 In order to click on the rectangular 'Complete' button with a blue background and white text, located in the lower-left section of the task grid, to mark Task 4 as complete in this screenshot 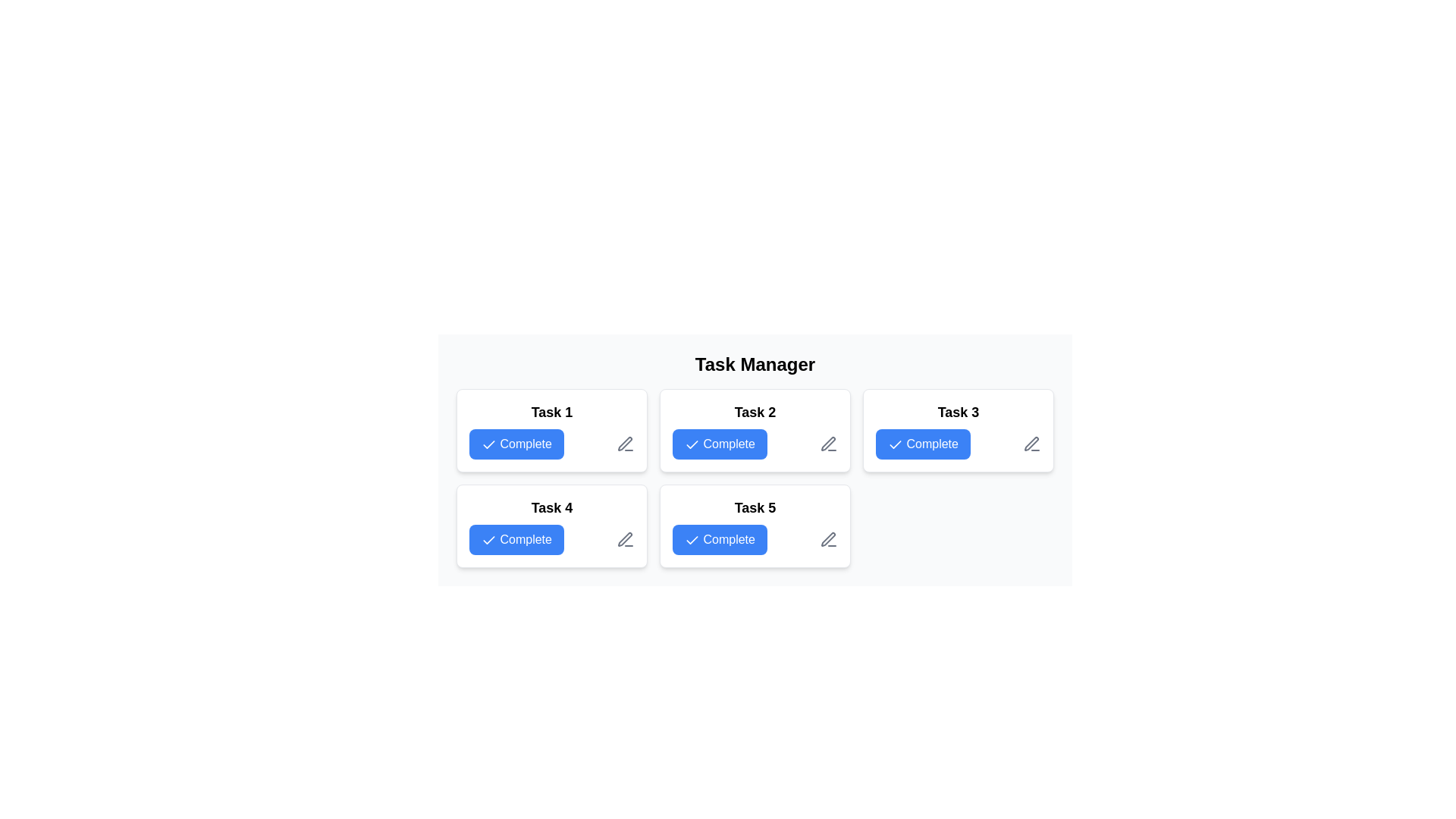, I will do `click(516, 539)`.